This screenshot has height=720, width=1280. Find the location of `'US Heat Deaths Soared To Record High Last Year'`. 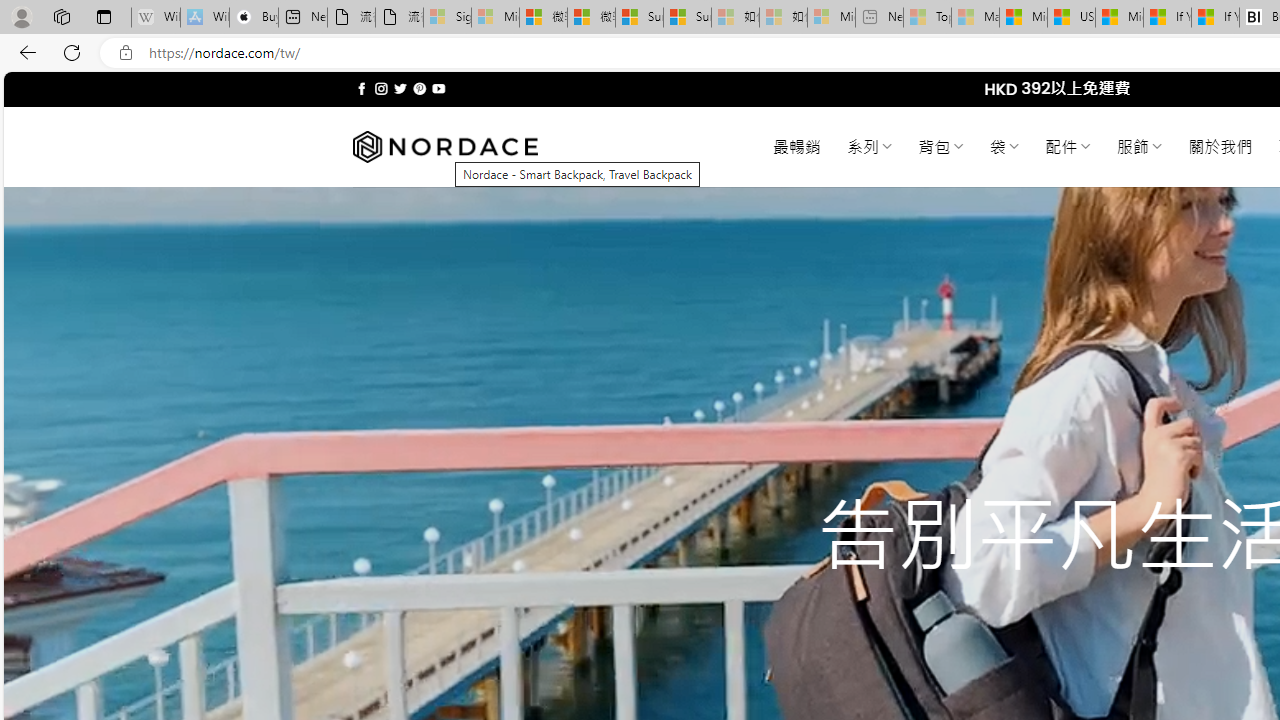

'US Heat Deaths Soared To Record High Last Year' is located at coordinates (1070, 17).